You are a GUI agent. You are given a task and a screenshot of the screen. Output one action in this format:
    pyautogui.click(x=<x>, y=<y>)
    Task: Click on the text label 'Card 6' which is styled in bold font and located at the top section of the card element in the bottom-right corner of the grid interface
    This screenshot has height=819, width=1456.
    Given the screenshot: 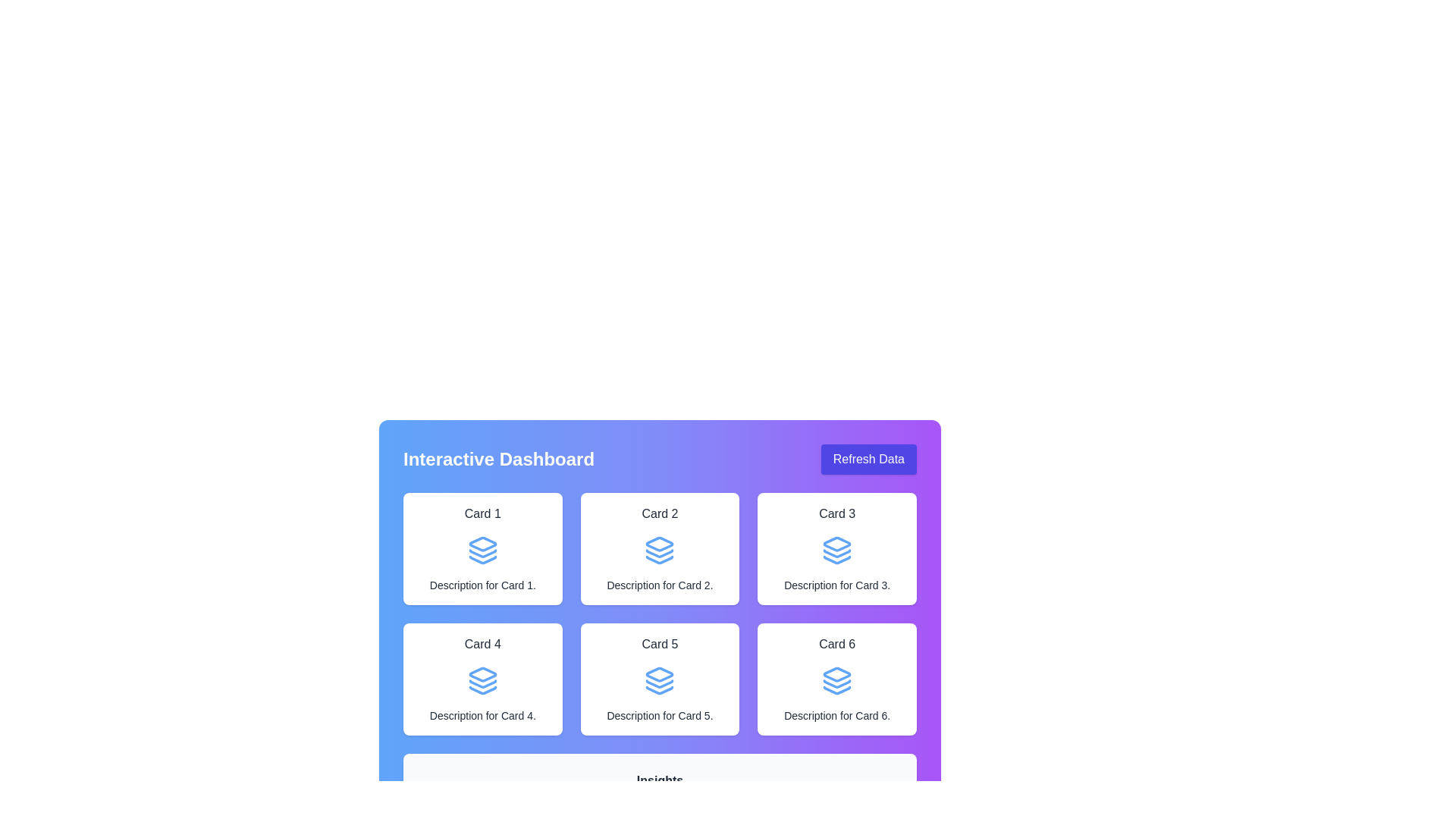 What is the action you would take?
    pyautogui.click(x=836, y=644)
    